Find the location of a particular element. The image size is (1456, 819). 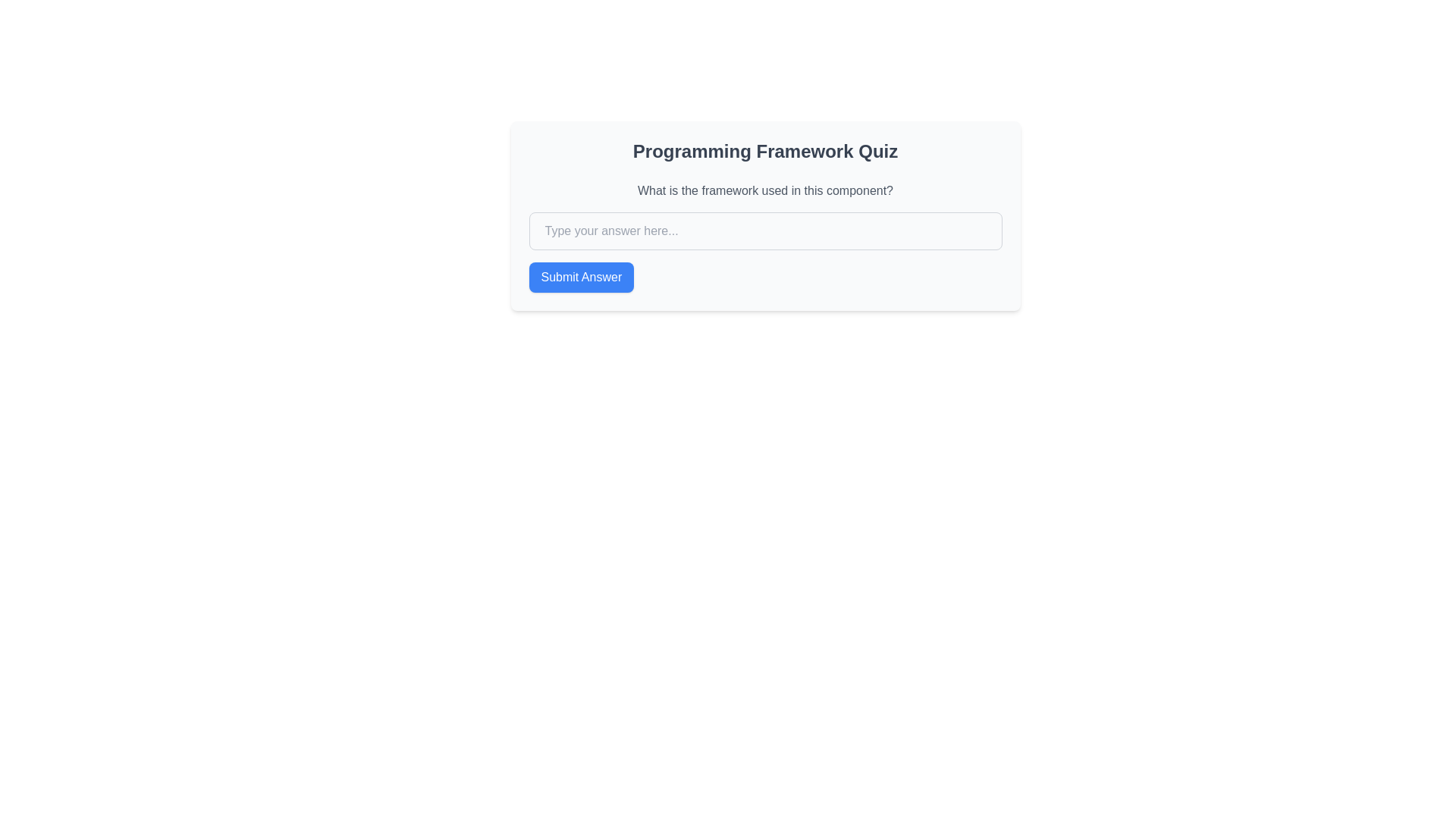

the text label that prompts the user about the framework used, located below the title 'Programming Framework Quiz' and above the input field is located at coordinates (765, 190).